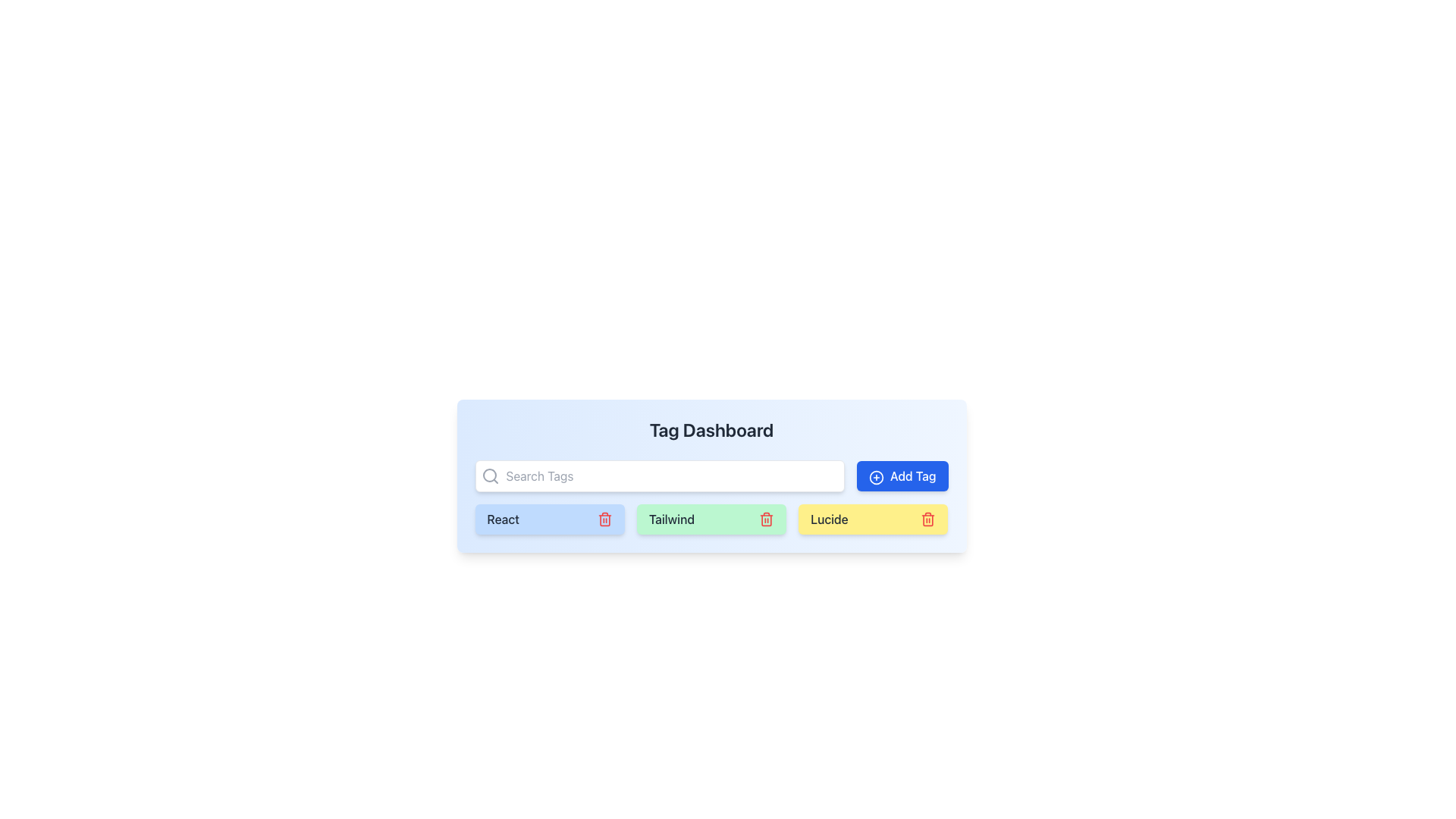 The image size is (1456, 819). What do you see at coordinates (902, 475) in the screenshot?
I see `the 'Add Tag' button, which is a rectangular button with a blue background and white text, located on the right side of the 'Tag Dashboard'` at bounding box center [902, 475].